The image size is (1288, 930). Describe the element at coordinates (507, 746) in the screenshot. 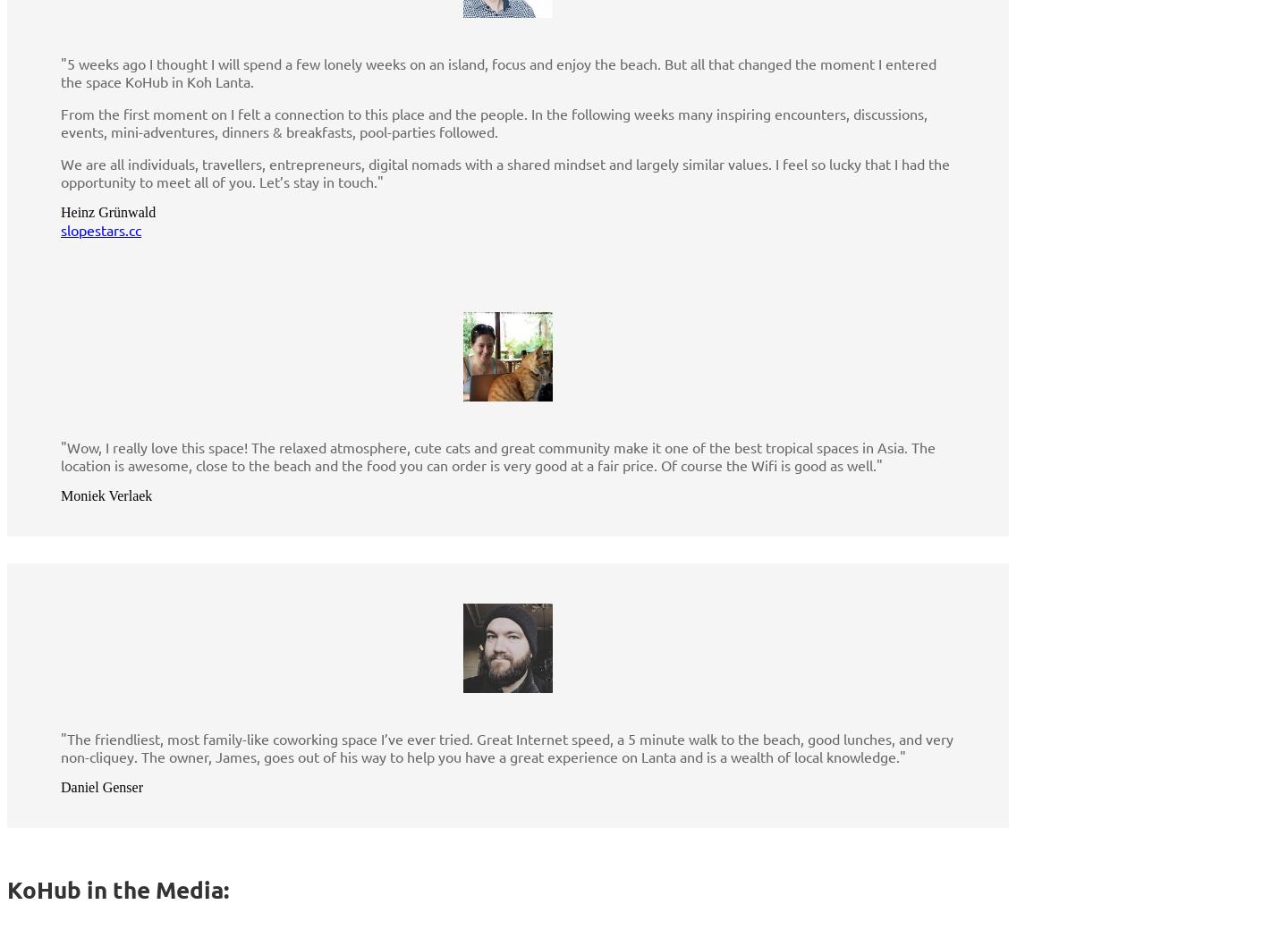

I see `'"The friendliest, most family-like coworking space I’ve ever tried. Great Internet speed, a 5 minute walk to the beach, good lunches, and very non-cliquey. The owner, James, goes out of his way to help you have a great experience on Lanta and is a wealth of local knowledge."'` at that location.